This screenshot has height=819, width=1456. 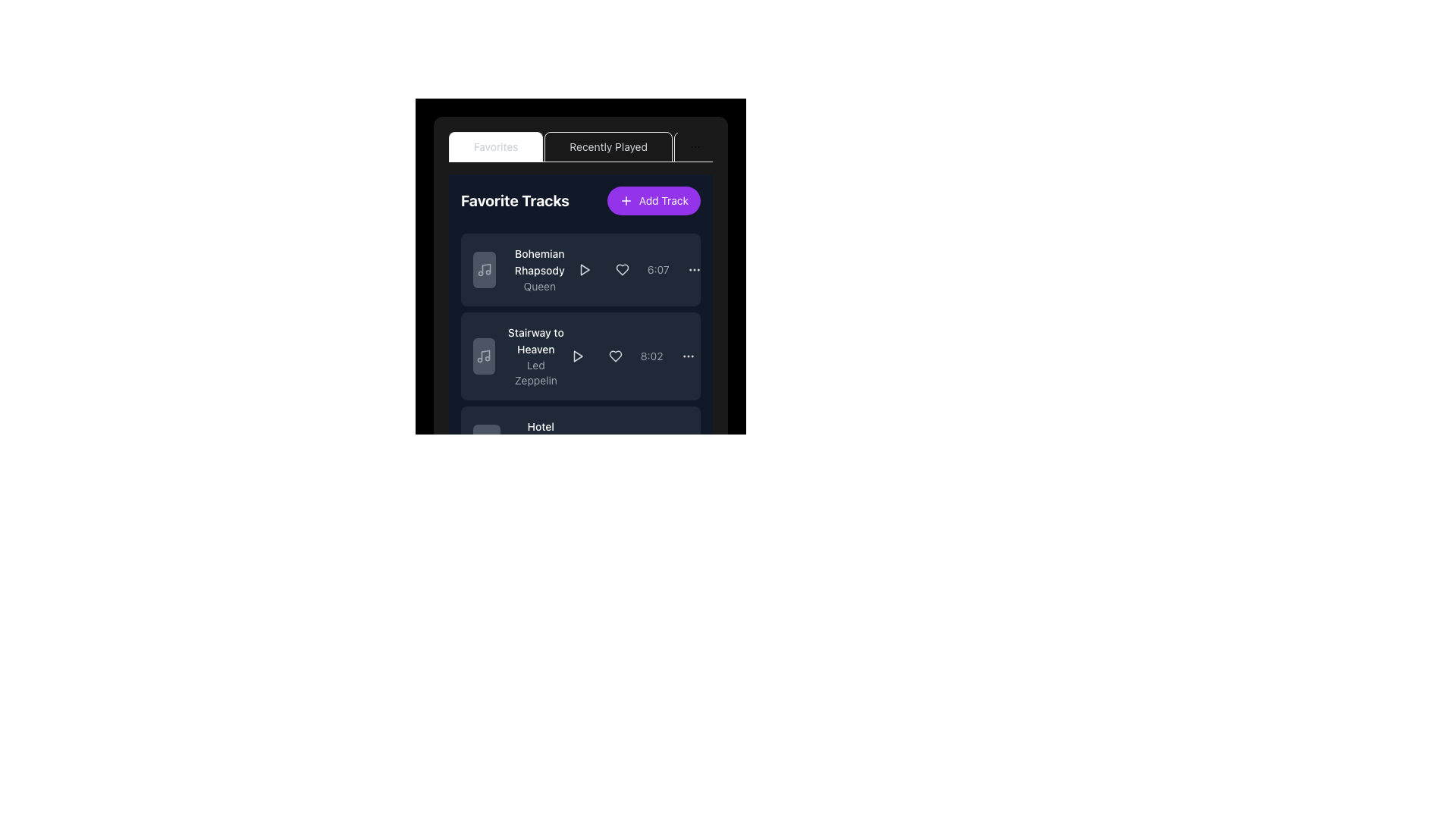 What do you see at coordinates (687, 356) in the screenshot?
I see `the circular button with three vertically aligned dots, located at the far right of the row for 'Stairway to Heaven' by Led Zeppelin` at bounding box center [687, 356].